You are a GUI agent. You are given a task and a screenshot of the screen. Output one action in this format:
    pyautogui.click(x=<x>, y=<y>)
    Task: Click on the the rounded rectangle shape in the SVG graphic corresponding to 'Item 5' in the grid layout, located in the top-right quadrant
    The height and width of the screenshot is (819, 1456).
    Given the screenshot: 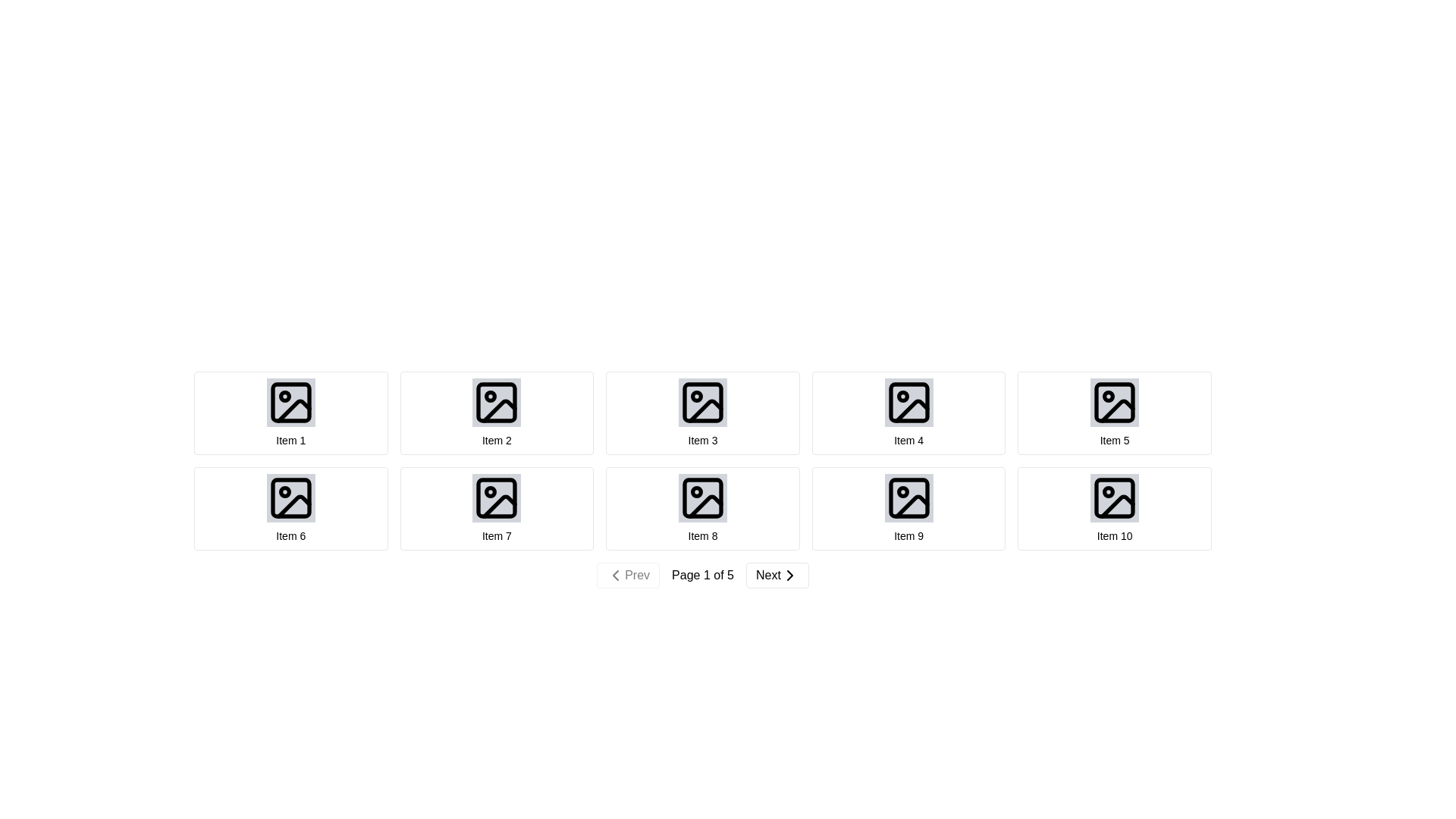 What is the action you would take?
    pyautogui.click(x=1115, y=402)
    